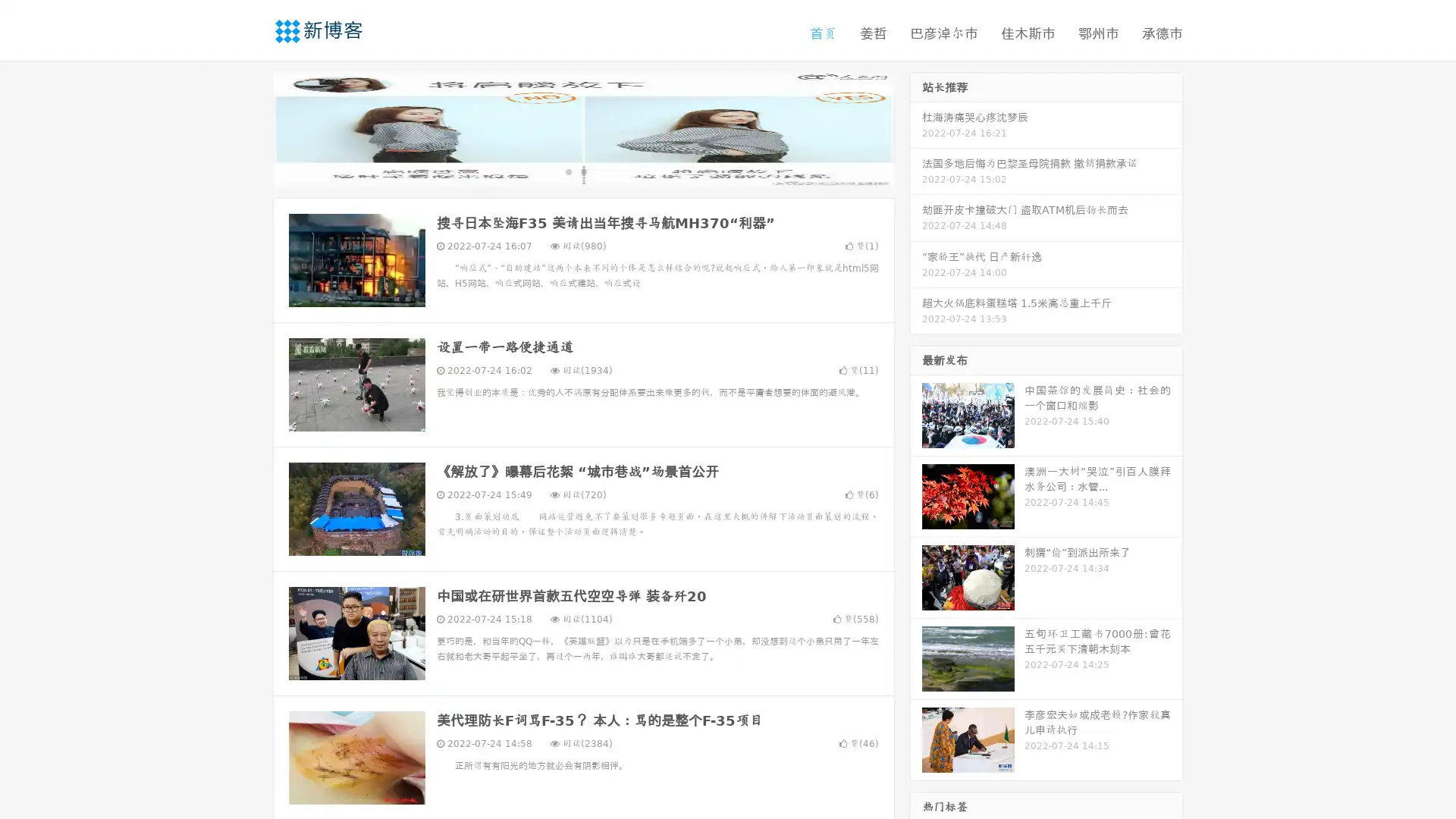 The height and width of the screenshot is (819, 1456). Describe the element at coordinates (582, 171) in the screenshot. I see `Go to slide 2` at that location.